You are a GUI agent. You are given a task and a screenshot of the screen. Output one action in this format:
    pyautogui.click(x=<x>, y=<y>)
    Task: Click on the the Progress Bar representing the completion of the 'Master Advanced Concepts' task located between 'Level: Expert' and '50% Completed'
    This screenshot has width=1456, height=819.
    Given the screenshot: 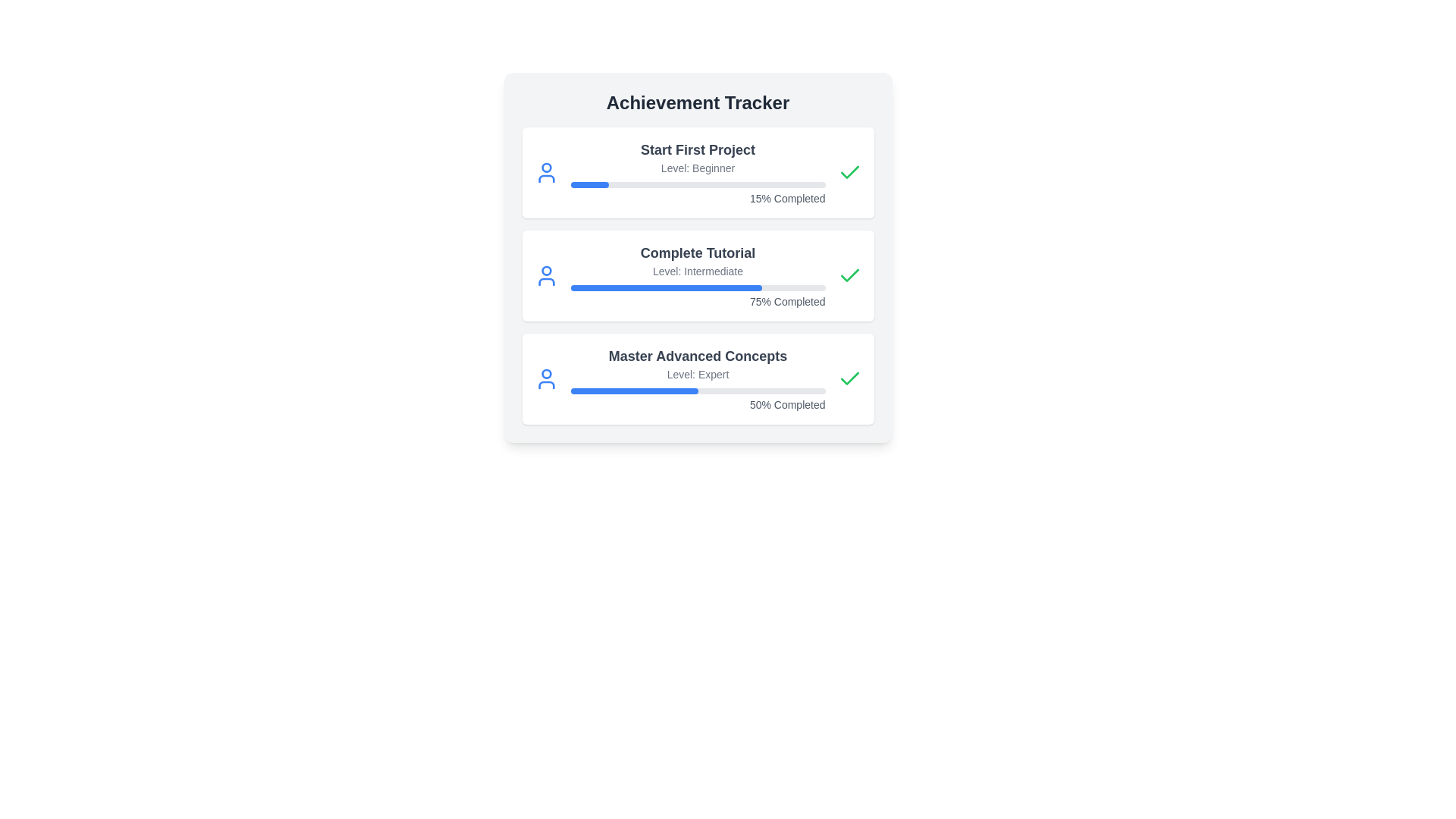 What is the action you would take?
    pyautogui.click(x=697, y=391)
    